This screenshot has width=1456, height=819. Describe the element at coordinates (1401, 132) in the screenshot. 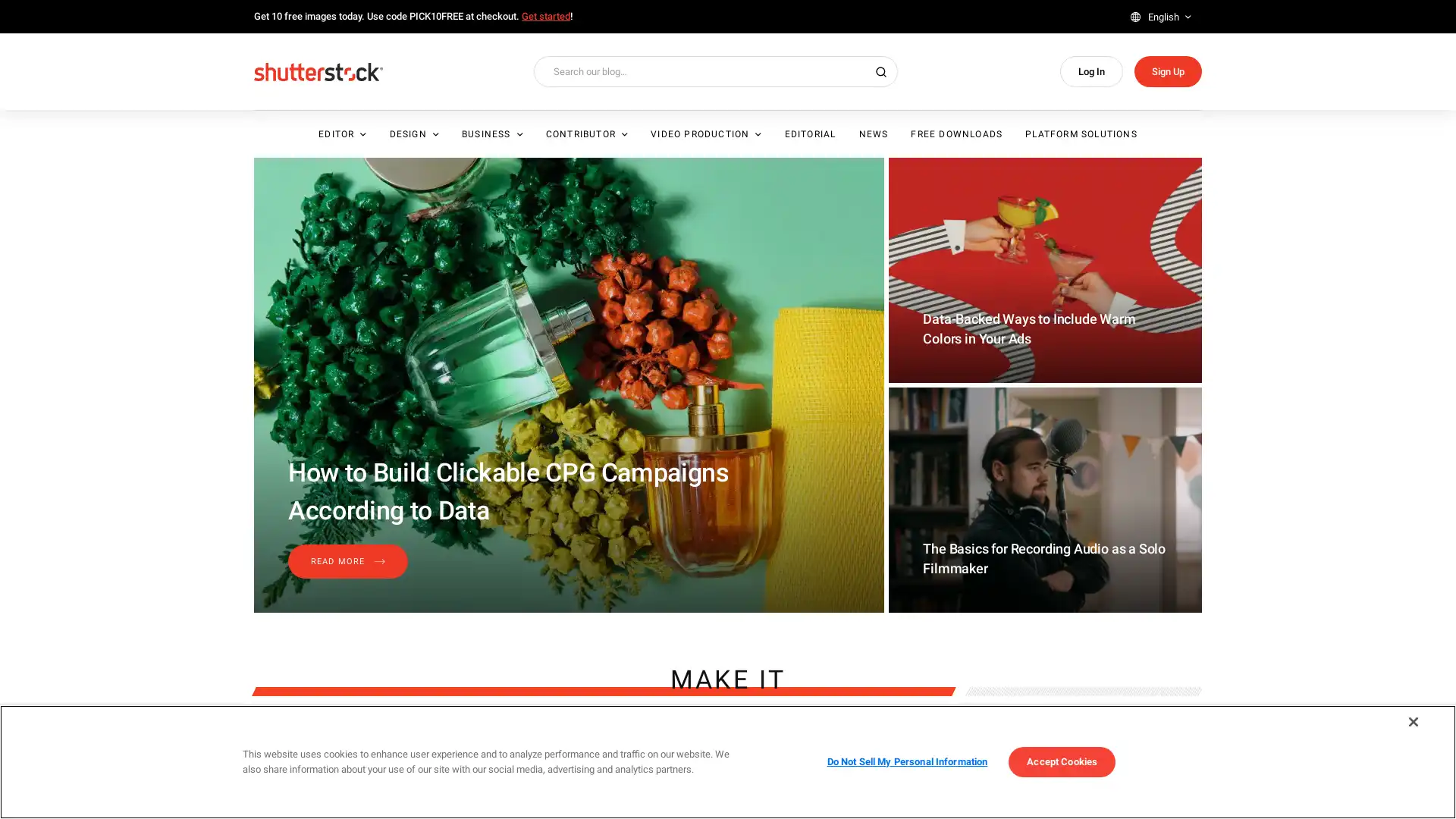

I see `Search` at that location.